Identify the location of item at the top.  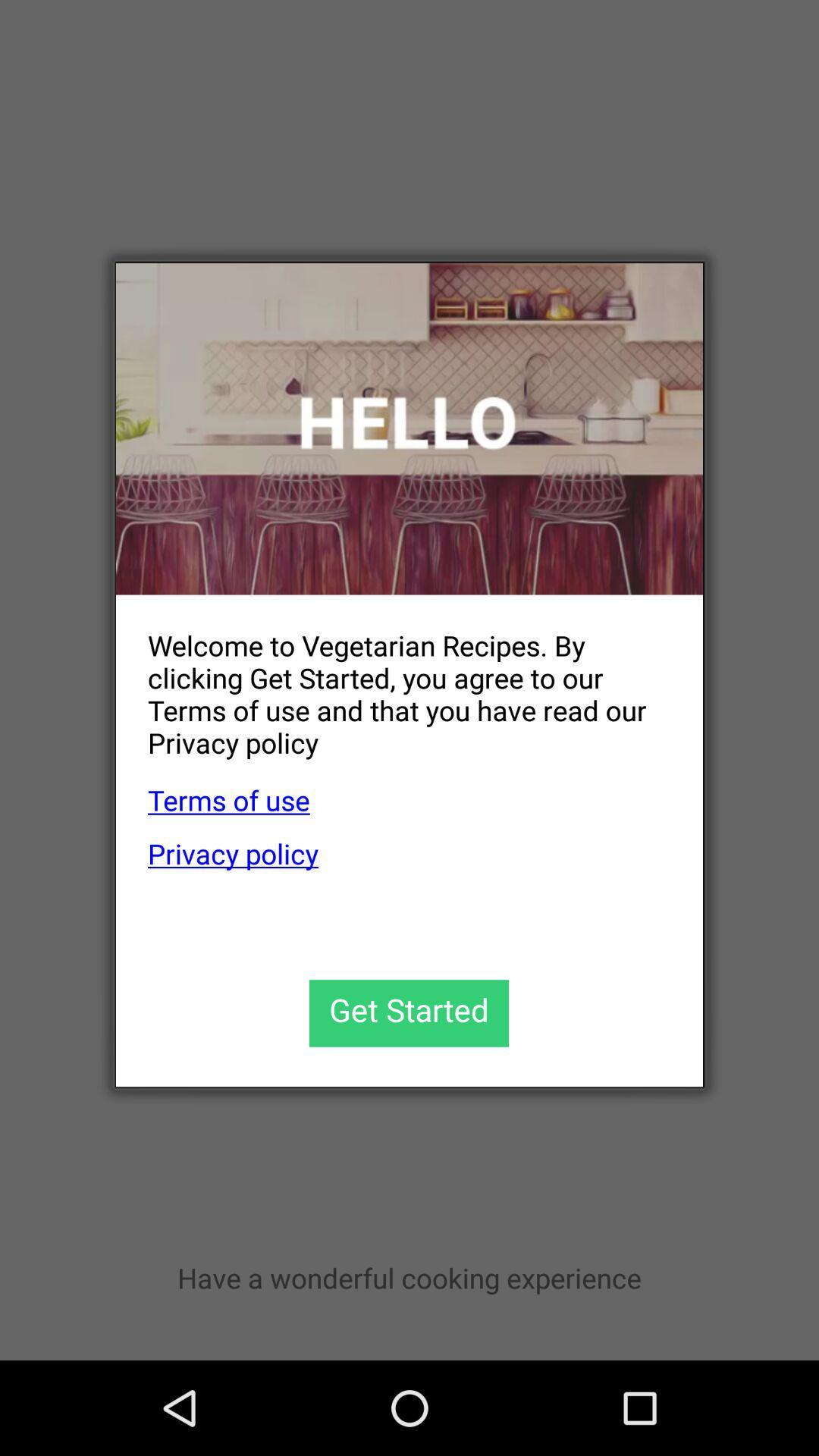
(409, 428).